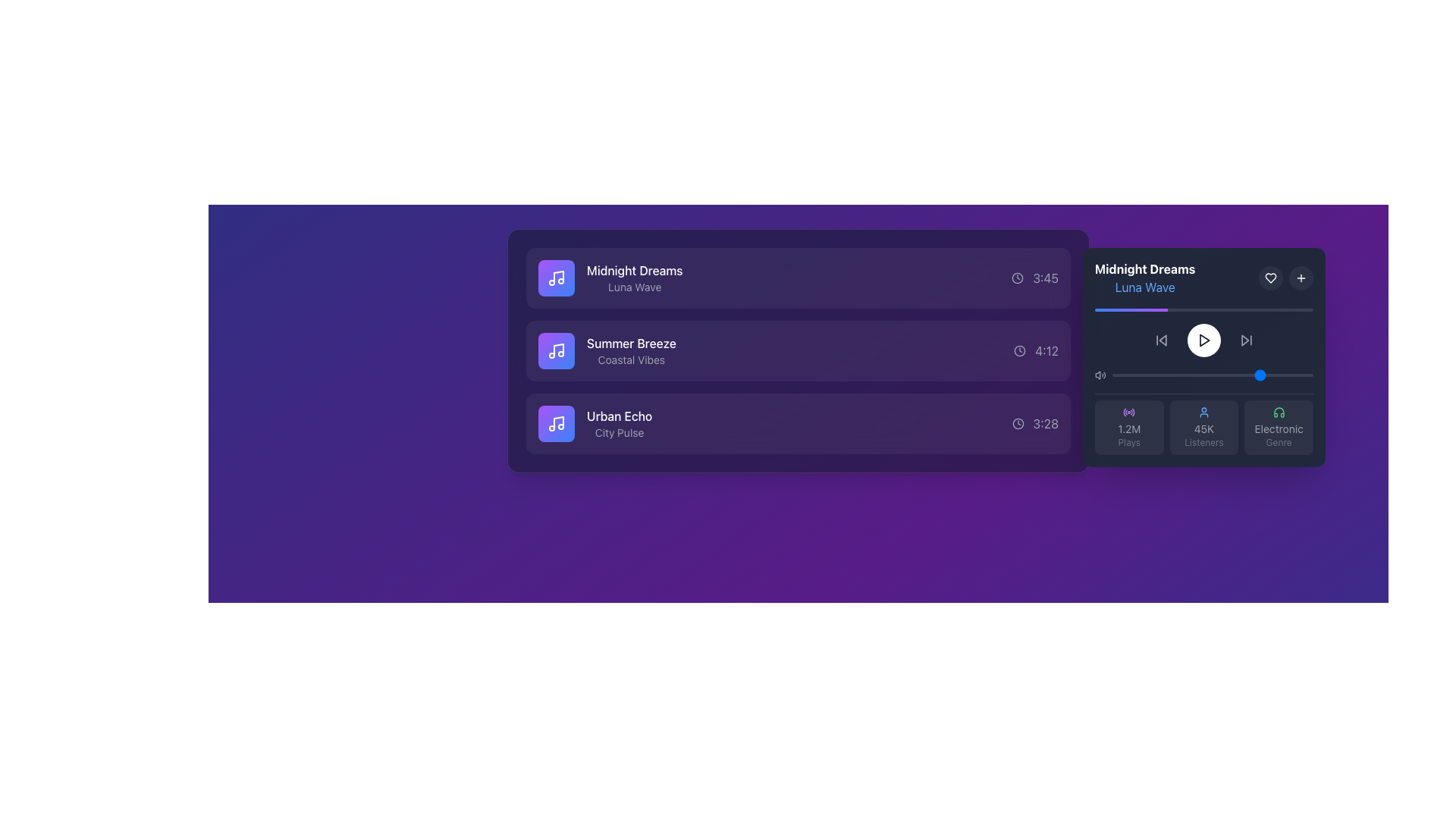 This screenshot has height=819, width=1456. What do you see at coordinates (620, 432) in the screenshot?
I see `text content of the subtitle label for 'Urban Echo' located in the bottom-most row of the song list interface` at bounding box center [620, 432].